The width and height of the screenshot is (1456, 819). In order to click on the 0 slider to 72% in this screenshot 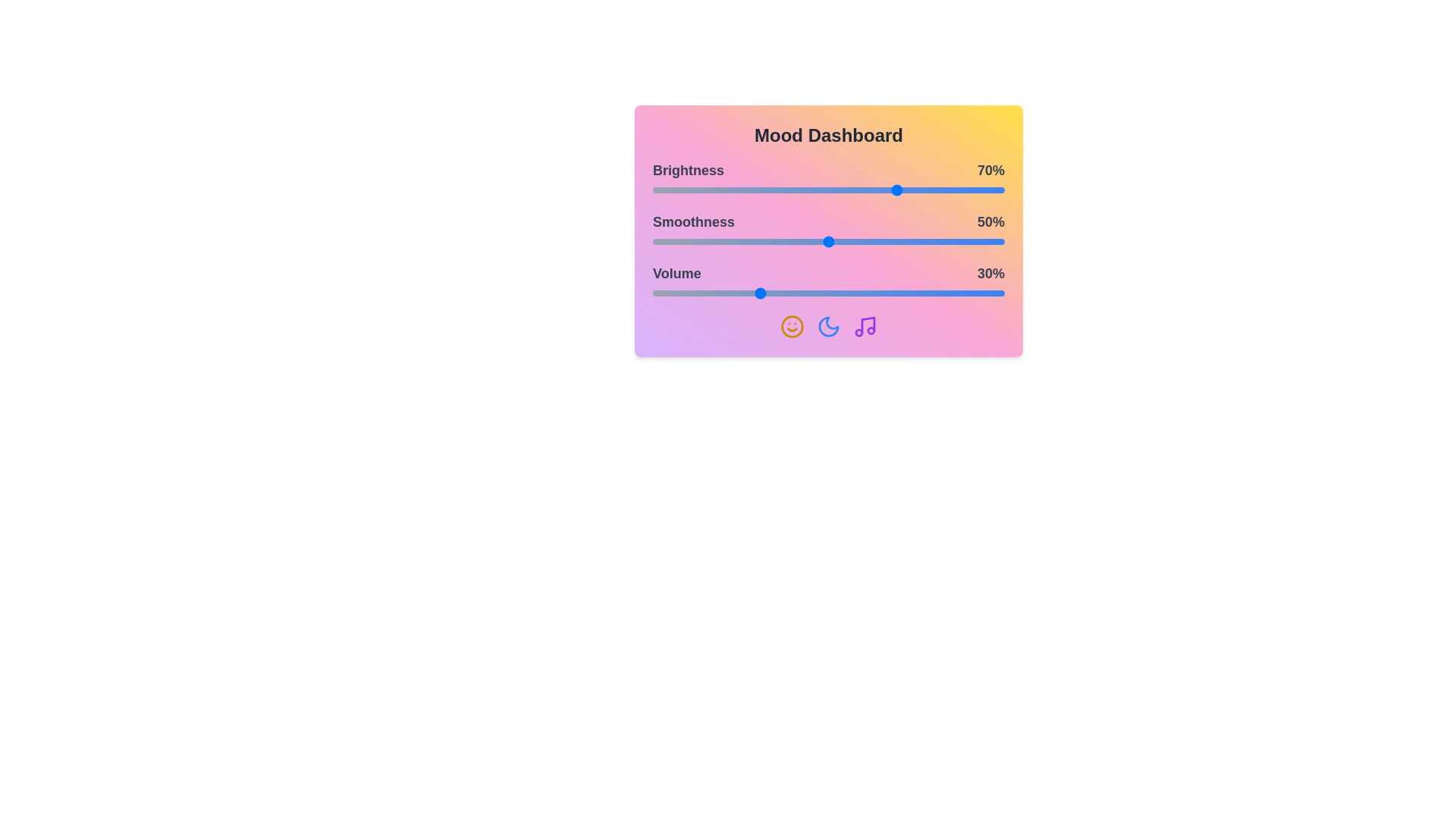, I will do `click(906, 189)`.